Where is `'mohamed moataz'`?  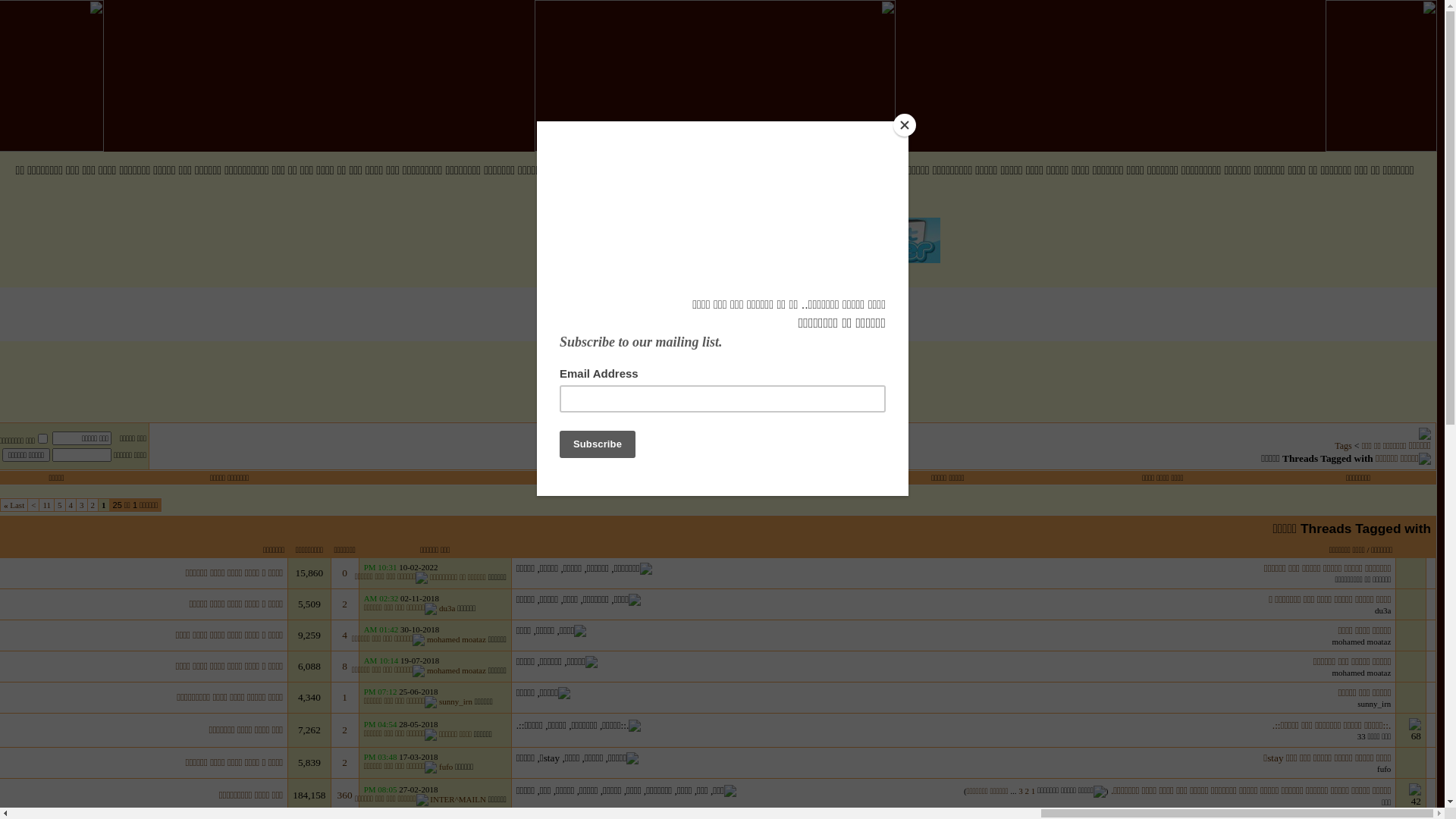
'mohamed moataz' is located at coordinates (1361, 641).